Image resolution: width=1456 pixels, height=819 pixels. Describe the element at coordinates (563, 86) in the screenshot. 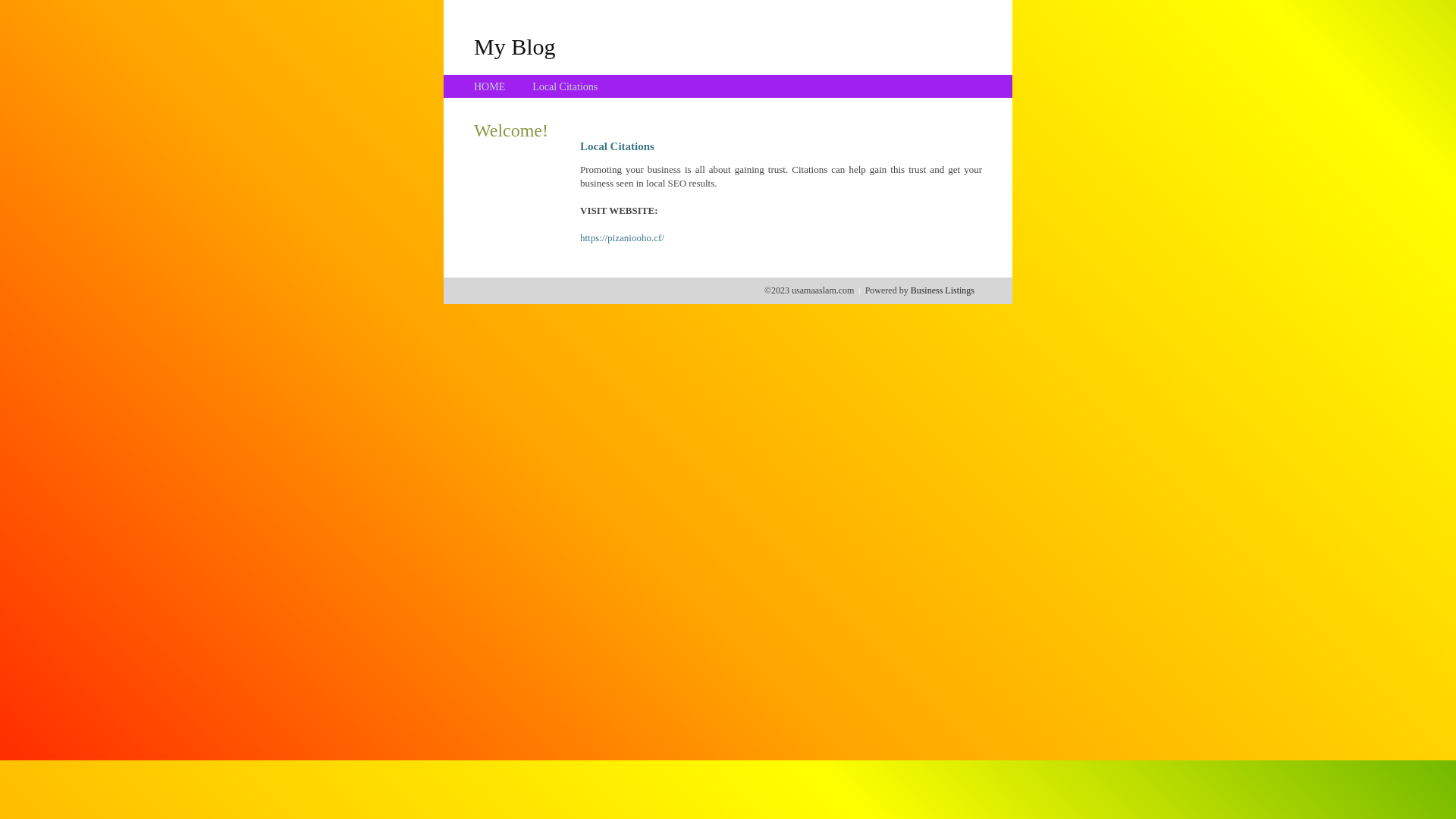

I see `'Local Citations'` at that location.